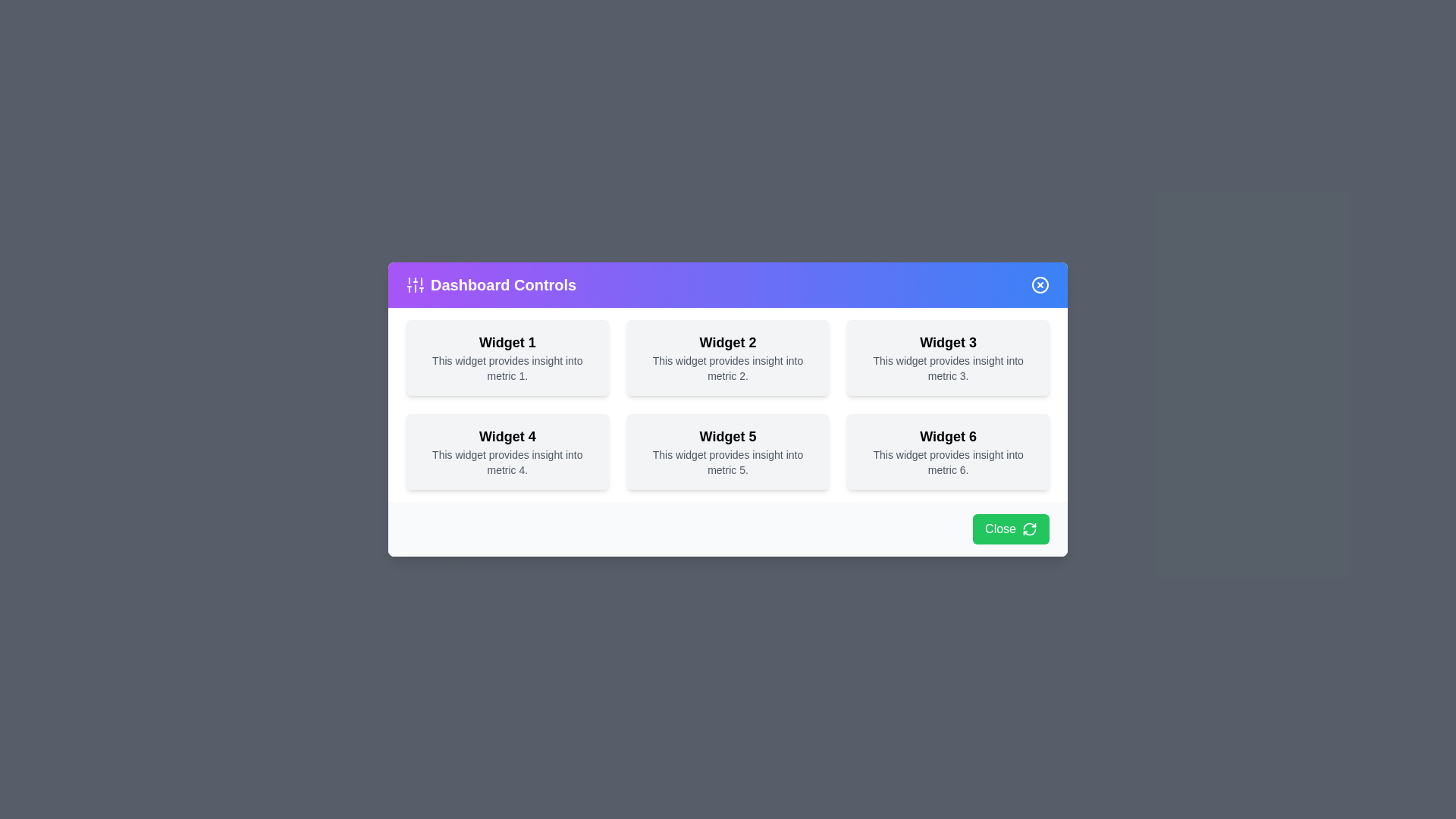 This screenshot has height=819, width=1456. What do you see at coordinates (1011, 529) in the screenshot?
I see `the 'Close' button at the bottom of the dialog to close it` at bounding box center [1011, 529].